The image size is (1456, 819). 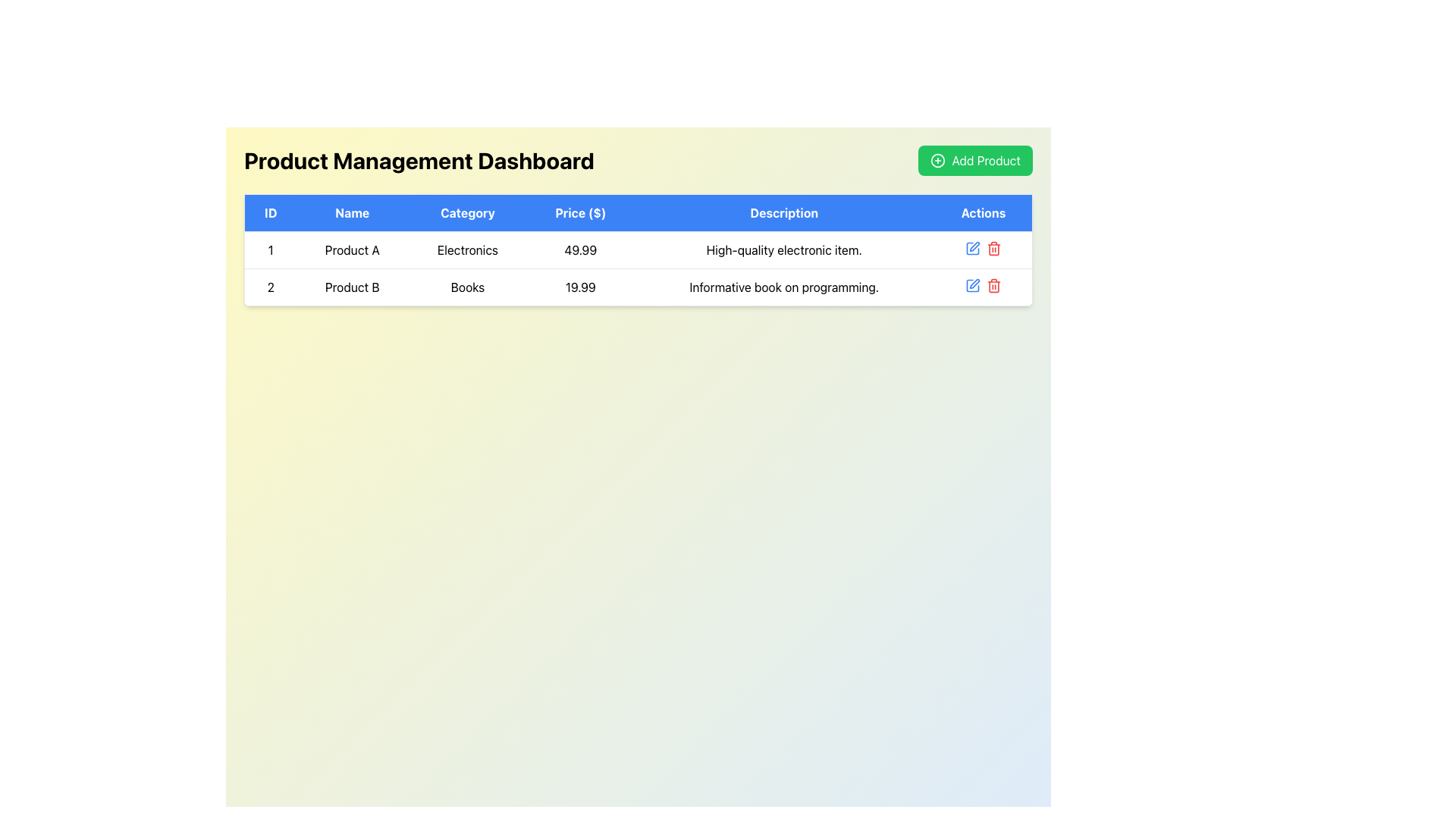 What do you see at coordinates (638, 287) in the screenshot?
I see `the table row entry for 'Product B' in the 'Product Management Dashboard', which includes its details like category, price, and description` at bounding box center [638, 287].